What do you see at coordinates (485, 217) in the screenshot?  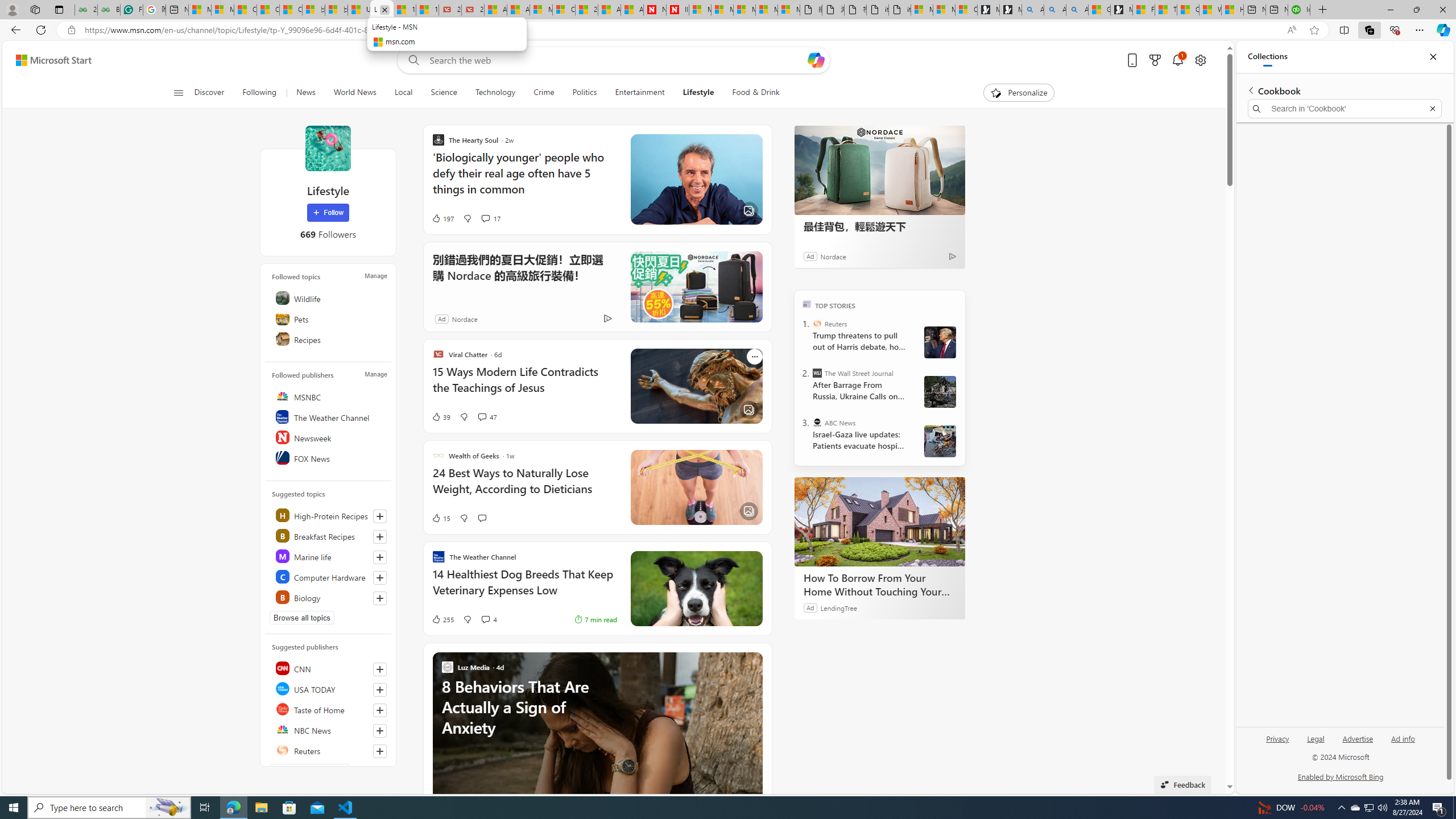 I see `'View comments 17 Comment'` at bounding box center [485, 217].